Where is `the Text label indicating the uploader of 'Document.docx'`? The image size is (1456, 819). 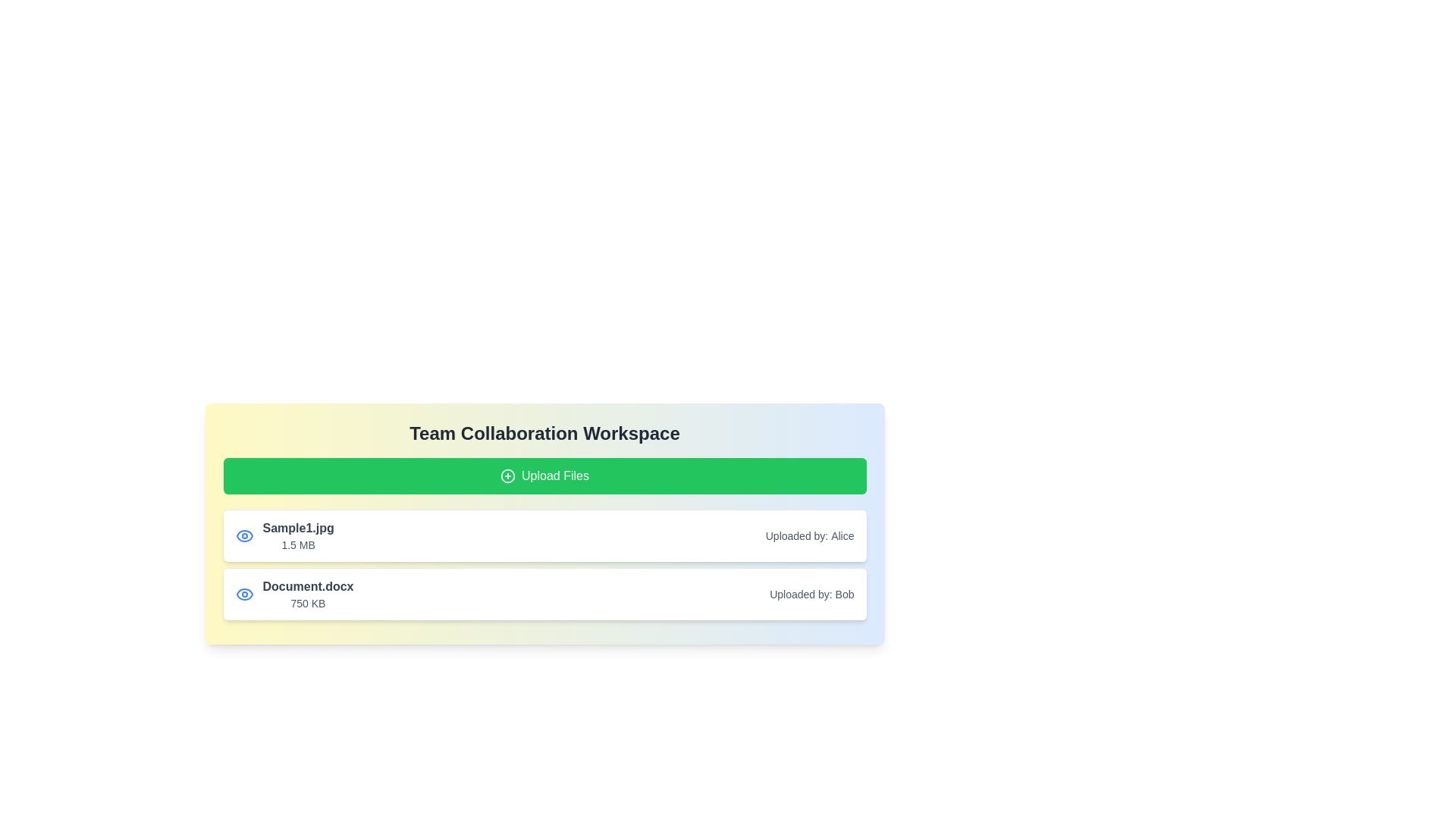
the Text label indicating the uploader of 'Document.docx' is located at coordinates (811, 593).